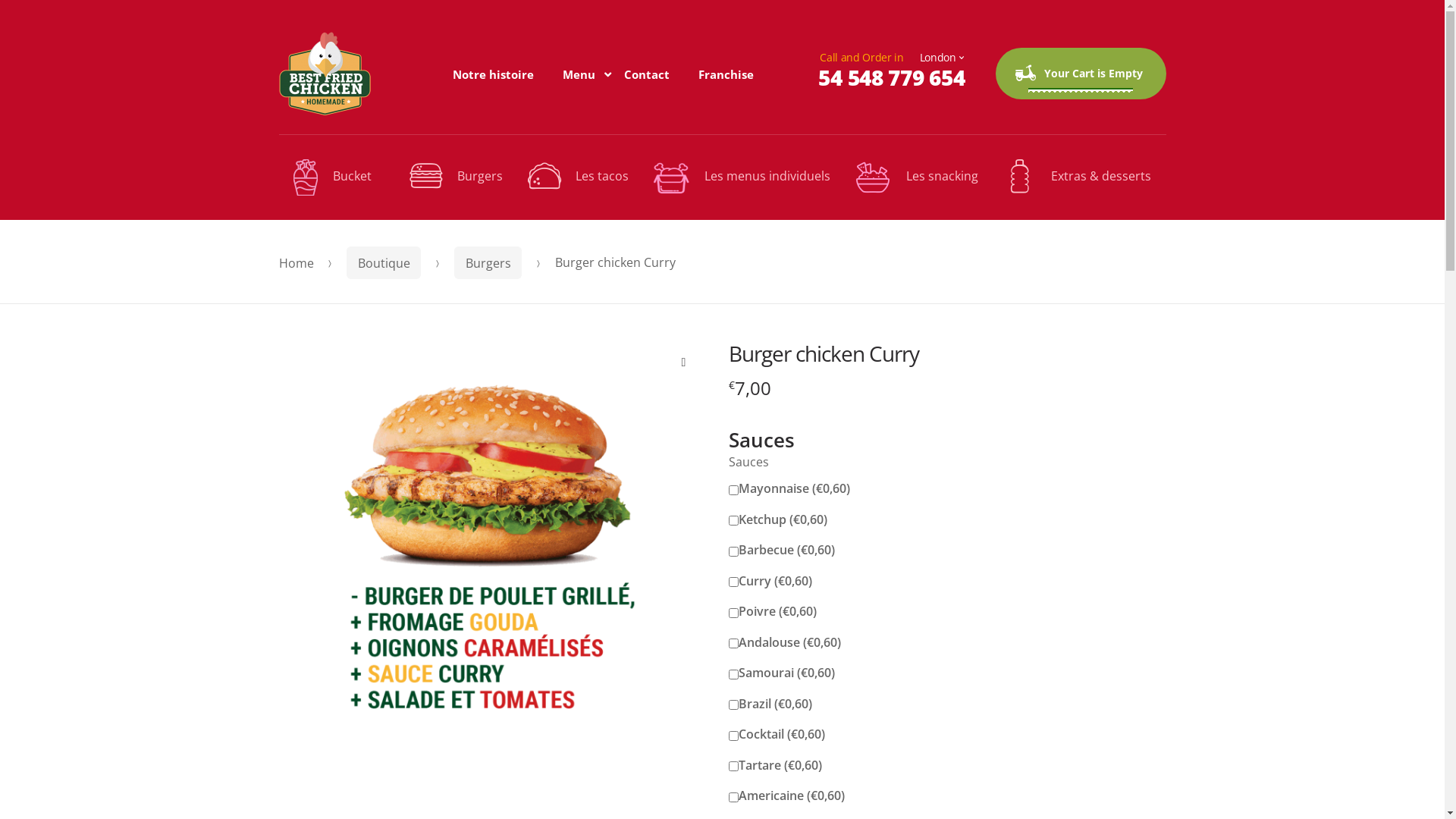 Image resolution: width=1456 pixels, height=819 pixels. What do you see at coordinates (296, 262) in the screenshot?
I see `'Home'` at bounding box center [296, 262].